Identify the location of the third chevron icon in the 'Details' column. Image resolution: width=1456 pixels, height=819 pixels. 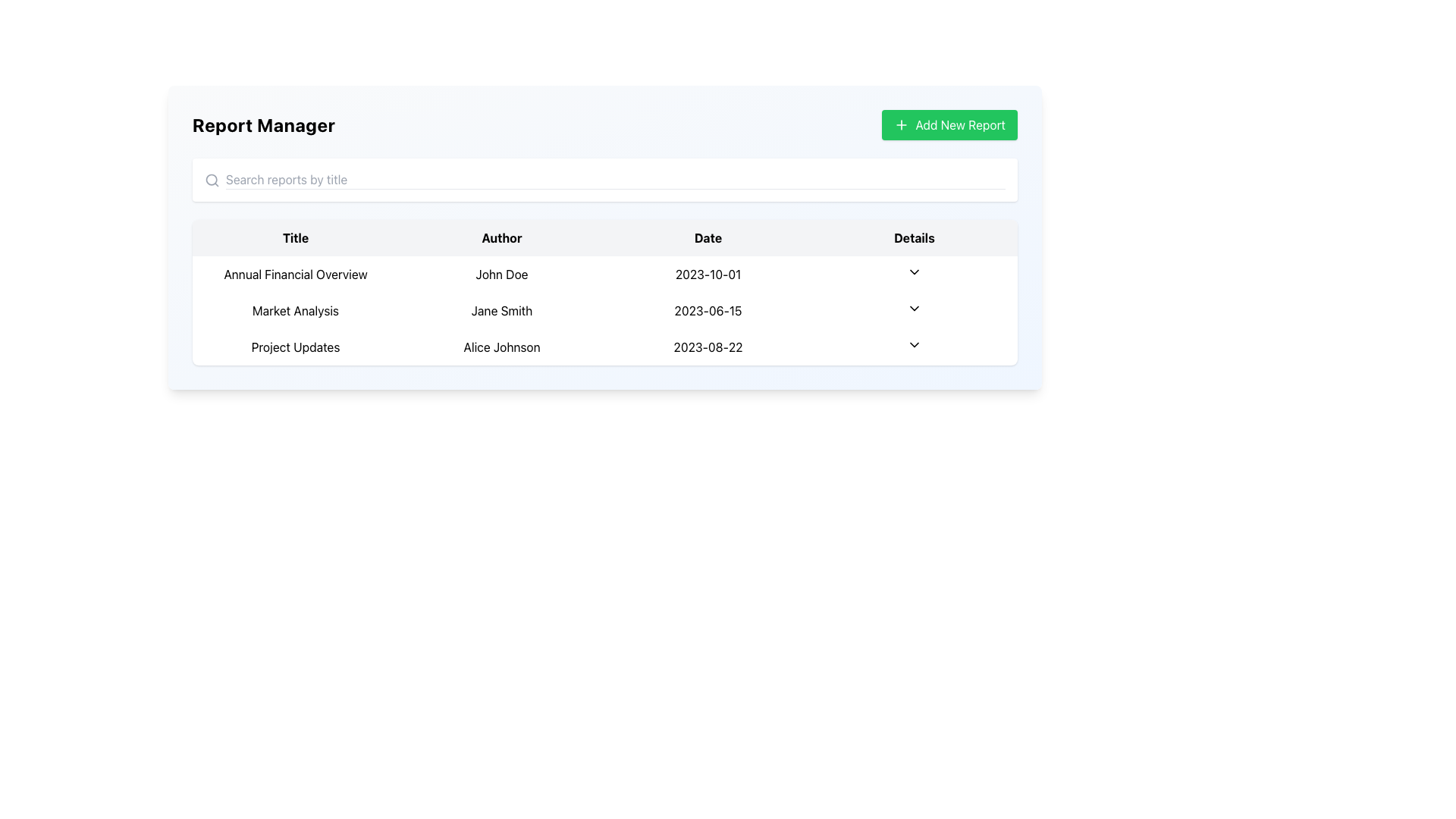
(913, 345).